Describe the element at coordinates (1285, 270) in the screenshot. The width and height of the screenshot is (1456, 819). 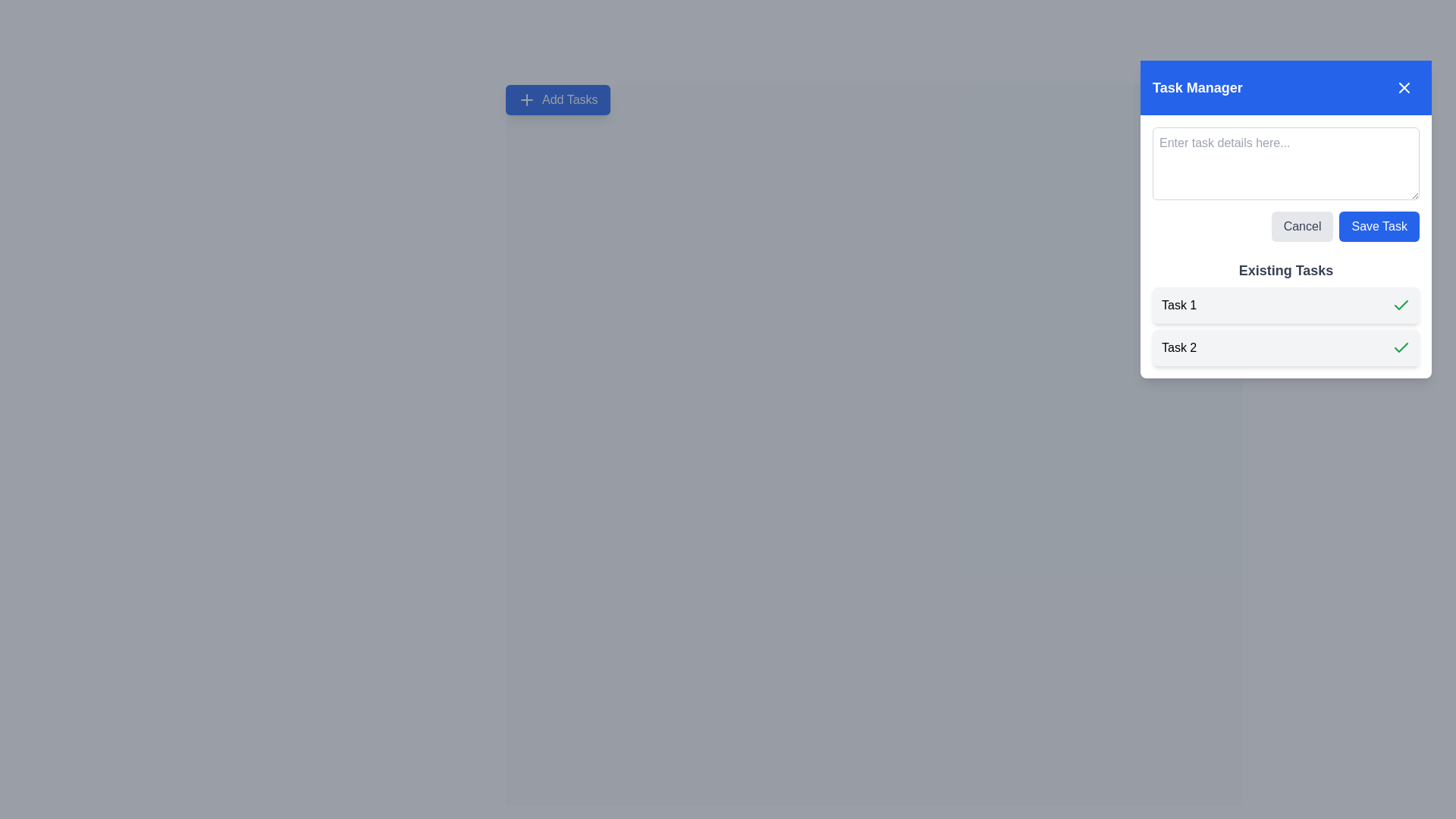
I see `the 'Existing Tasks' text label, which is prominently displayed in bold gray font within the 'Task Manager' panel, serving as a header for the task list` at that location.